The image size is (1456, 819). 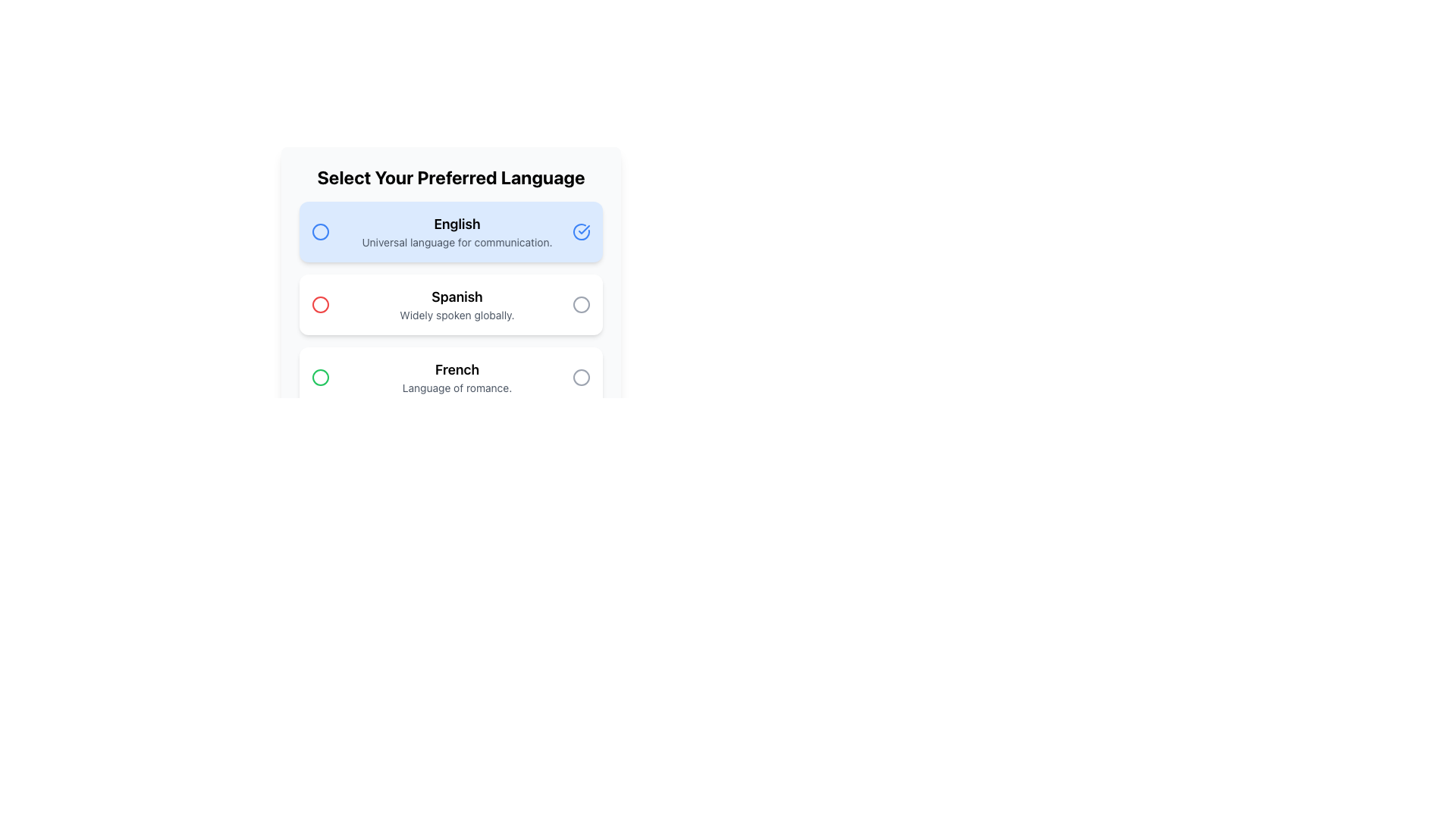 What do you see at coordinates (581, 231) in the screenshot?
I see `the blue circular icon with a checkmark inside, located in the top-right corner of the highlighted 'English' selection box, to confirm the selection` at bounding box center [581, 231].